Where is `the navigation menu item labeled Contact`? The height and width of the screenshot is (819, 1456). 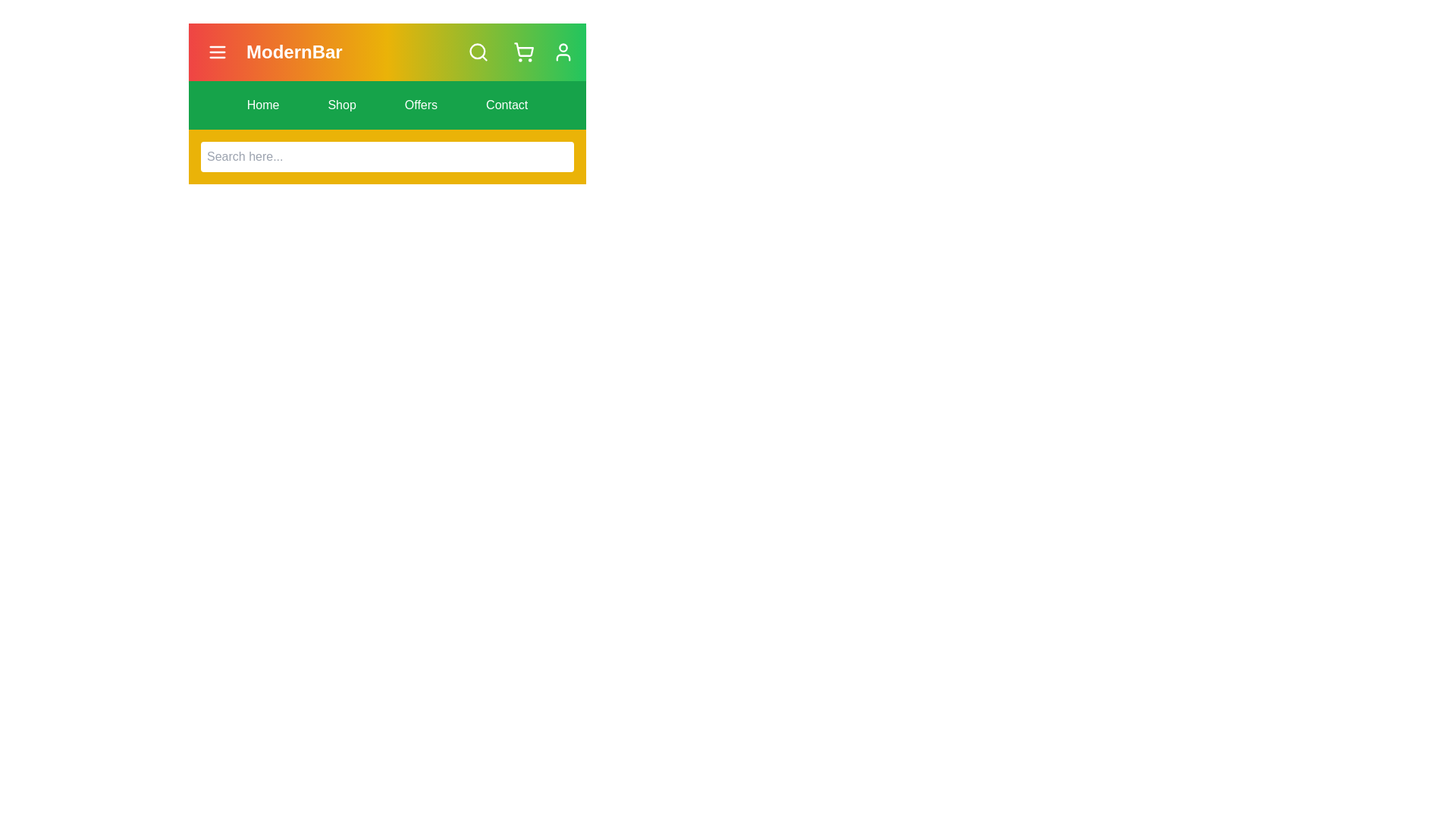
the navigation menu item labeled Contact is located at coordinates (507, 104).